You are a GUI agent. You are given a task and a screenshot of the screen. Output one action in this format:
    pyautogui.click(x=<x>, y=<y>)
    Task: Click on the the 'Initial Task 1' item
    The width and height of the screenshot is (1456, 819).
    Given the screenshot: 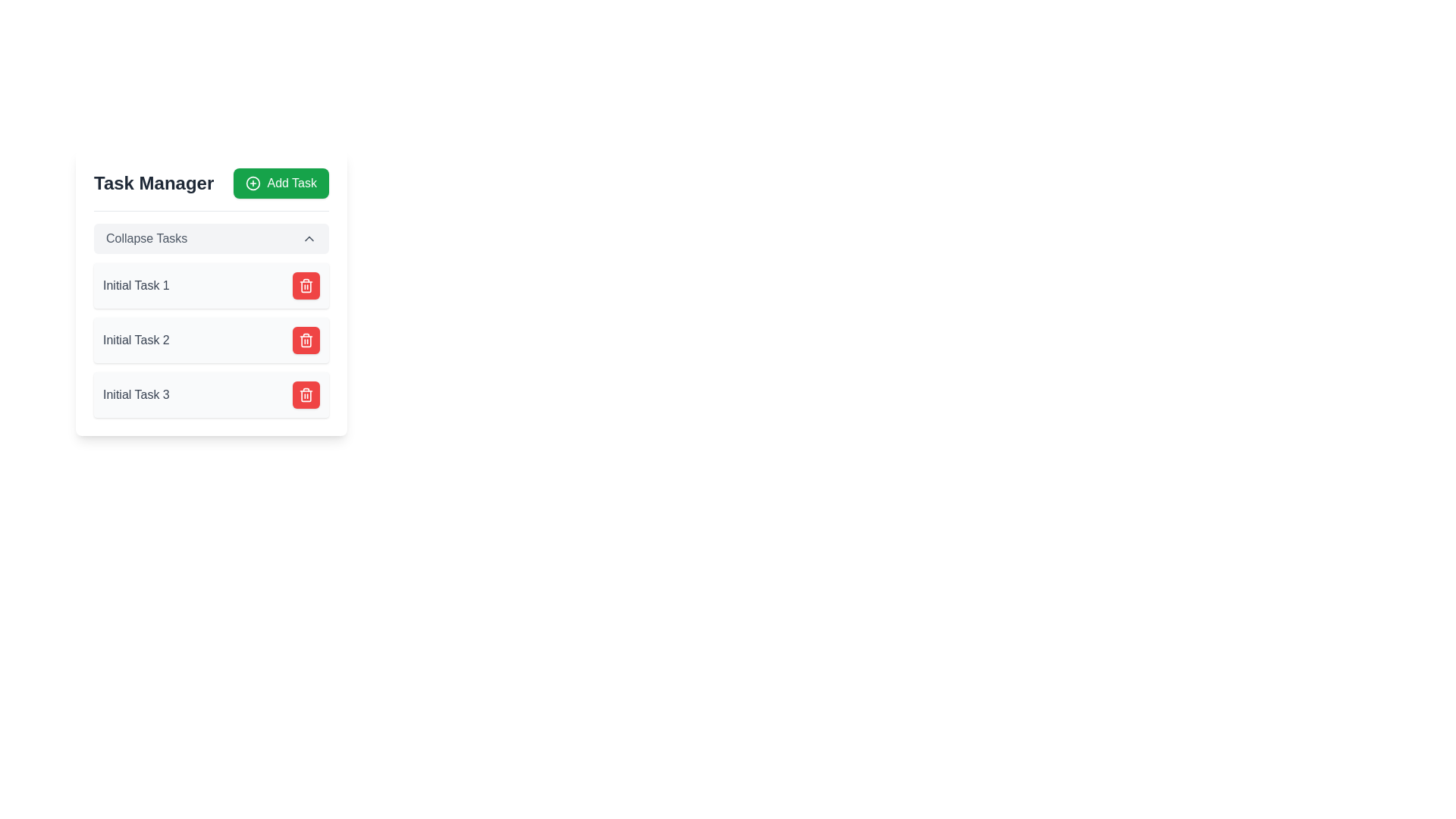 What is the action you would take?
    pyautogui.click(x=210, y=292)
    